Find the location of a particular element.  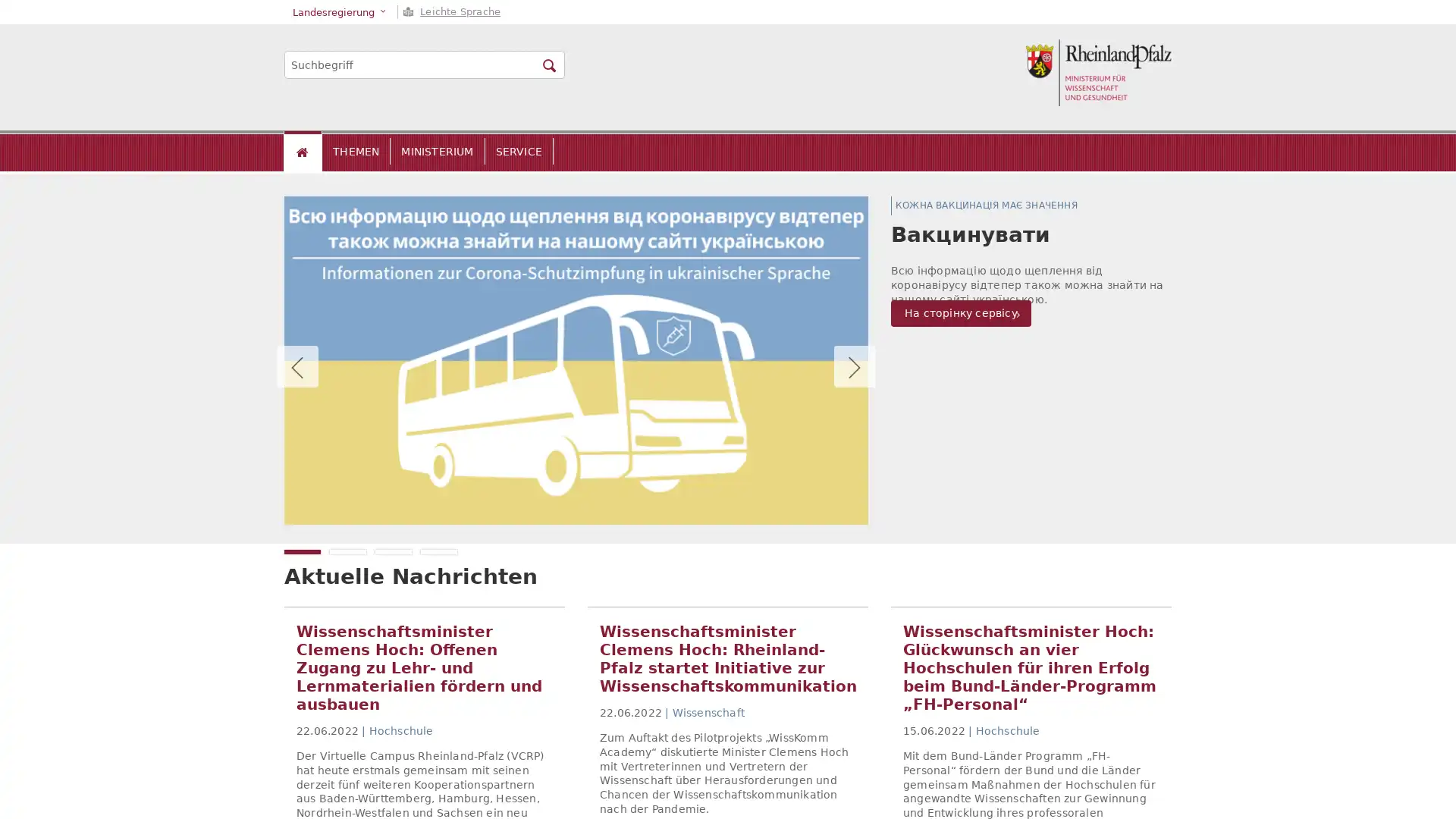

STARTSEITE is located at coordinates (303, 152).